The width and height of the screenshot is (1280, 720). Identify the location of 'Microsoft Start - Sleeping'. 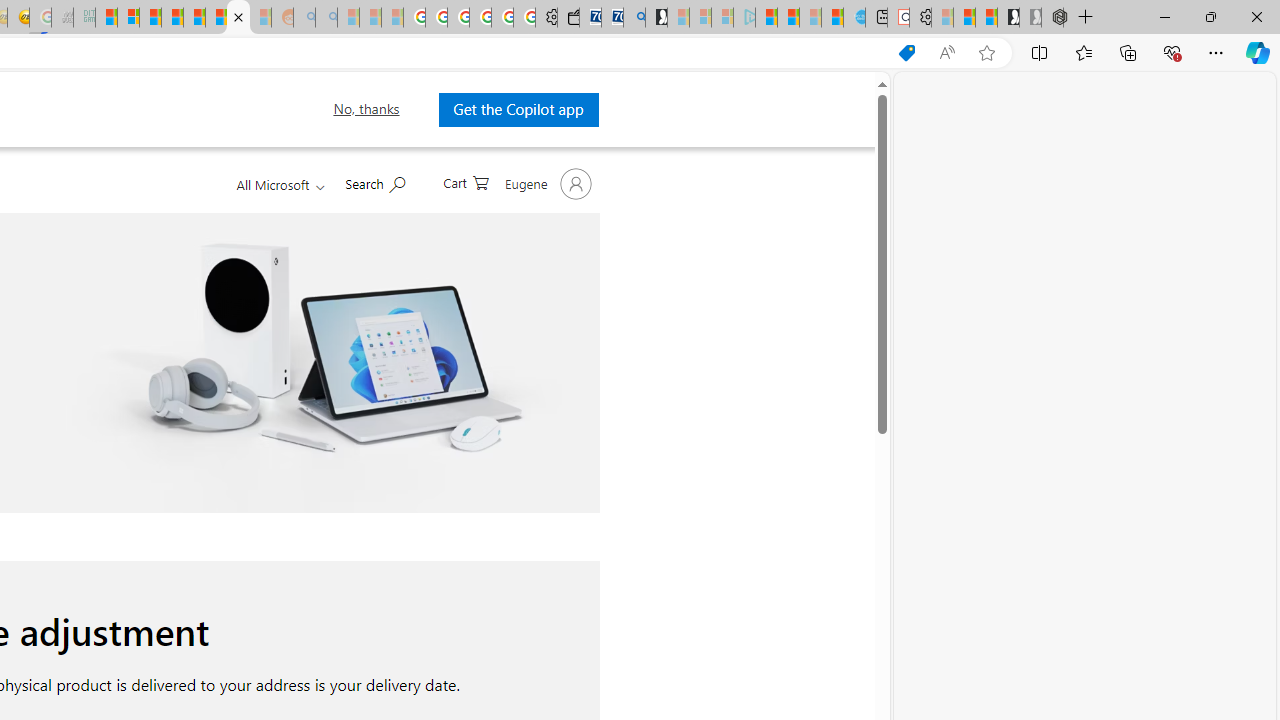
(810, 17).